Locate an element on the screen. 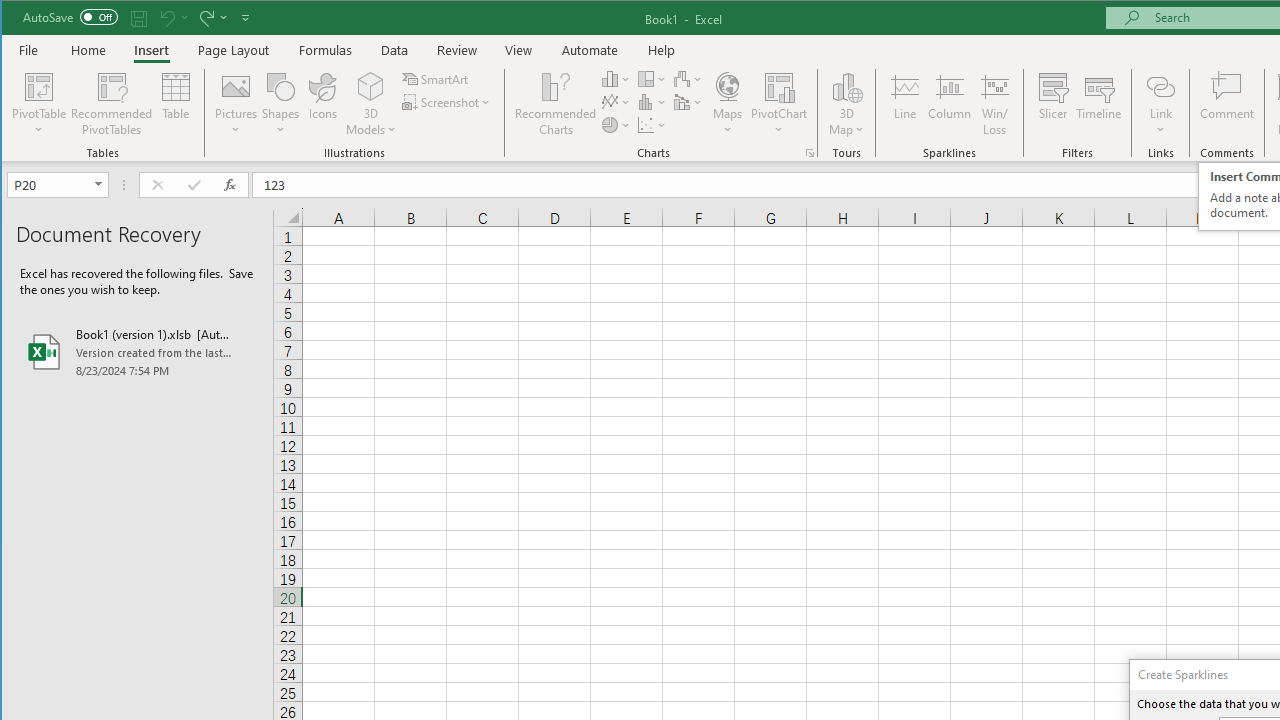 The height and width of the screenshot is (720, 1280). 'Icons' is located at coordinates (323, 104).